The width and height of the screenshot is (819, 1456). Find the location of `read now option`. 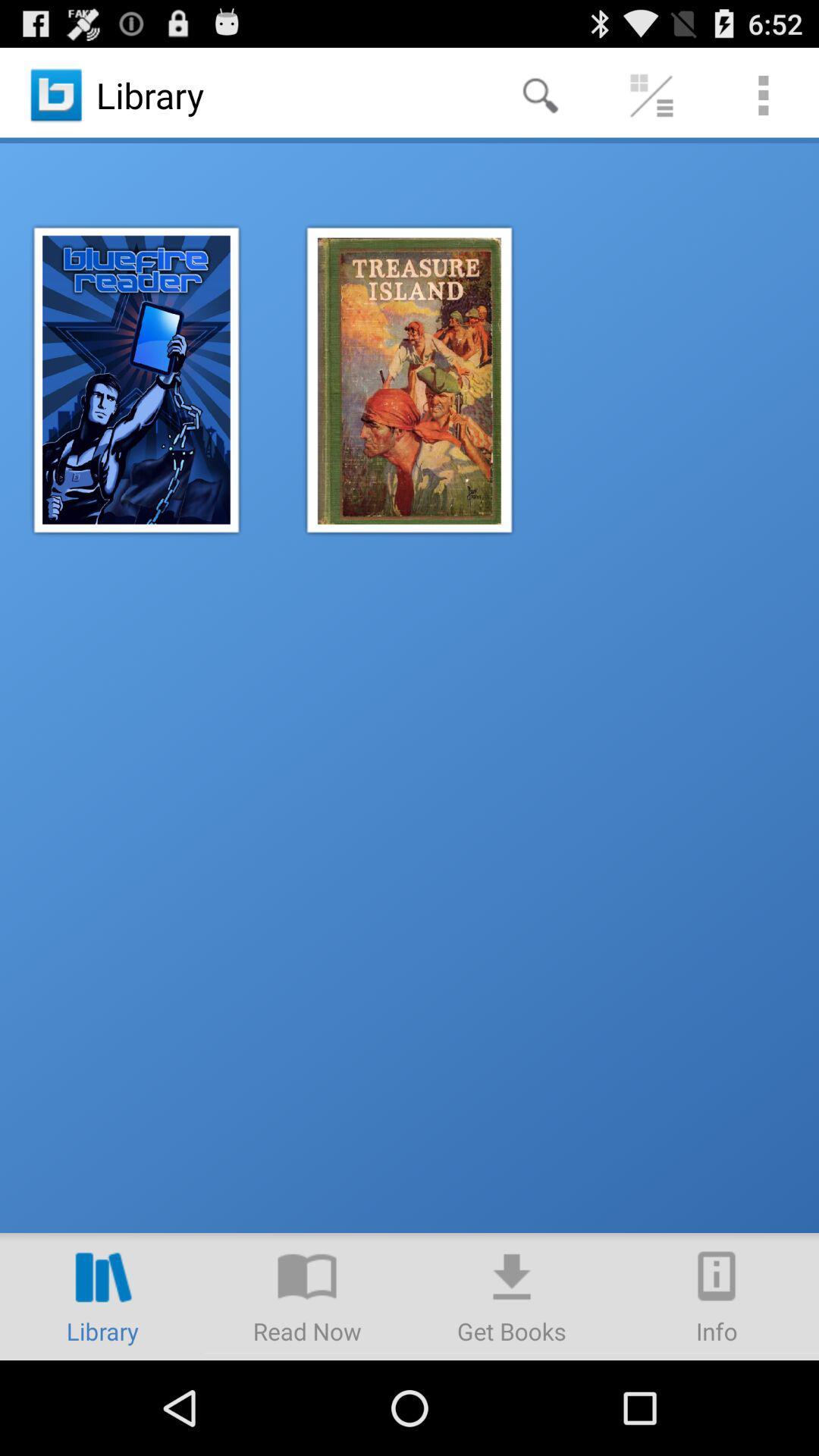

read now option is located at coordinates (307, 1295).